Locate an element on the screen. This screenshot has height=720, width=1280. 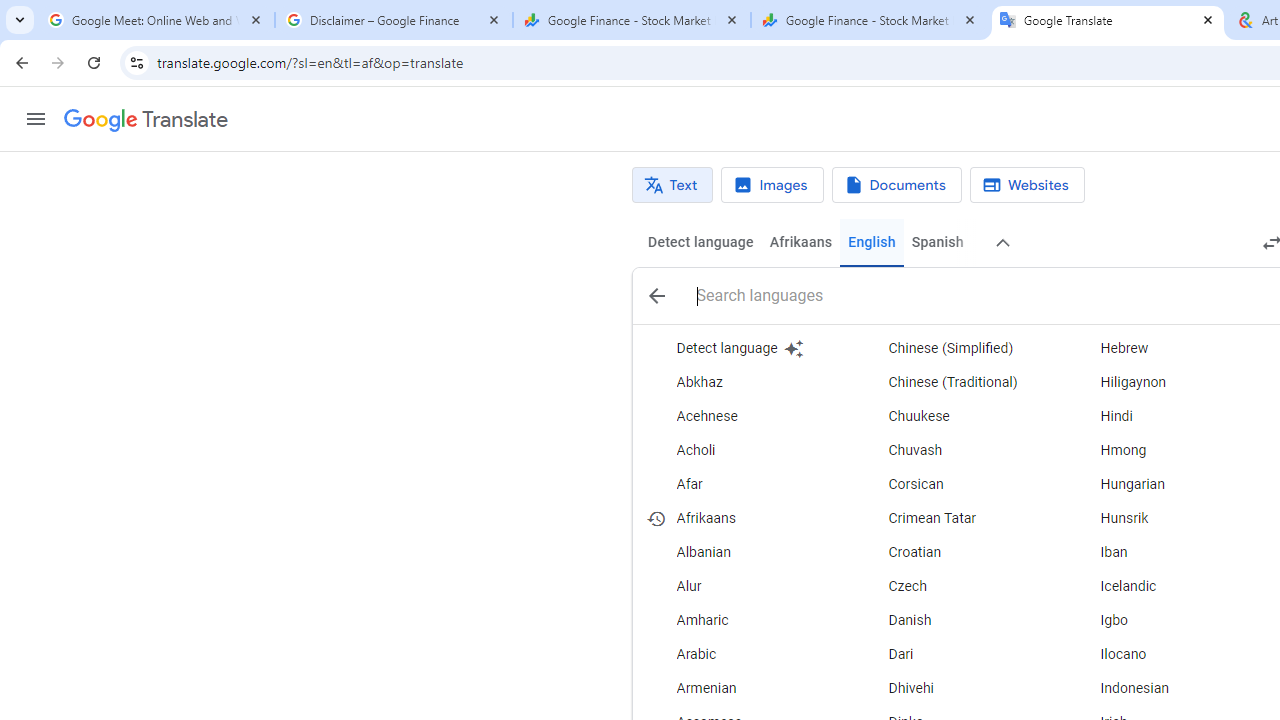
'Armenian' is located at coordinates (744, 688).